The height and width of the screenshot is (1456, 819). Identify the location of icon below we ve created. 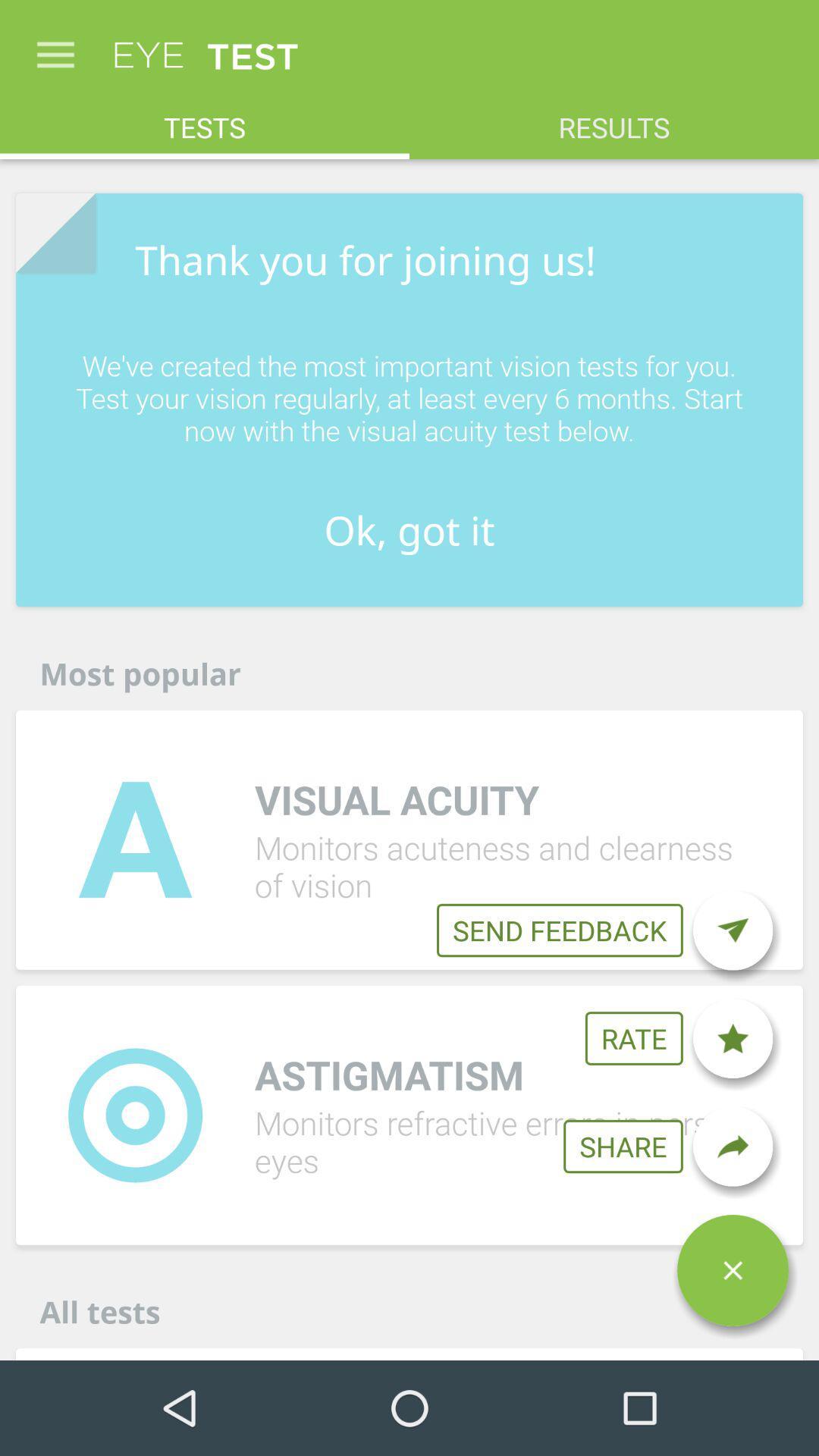
(409, 530).